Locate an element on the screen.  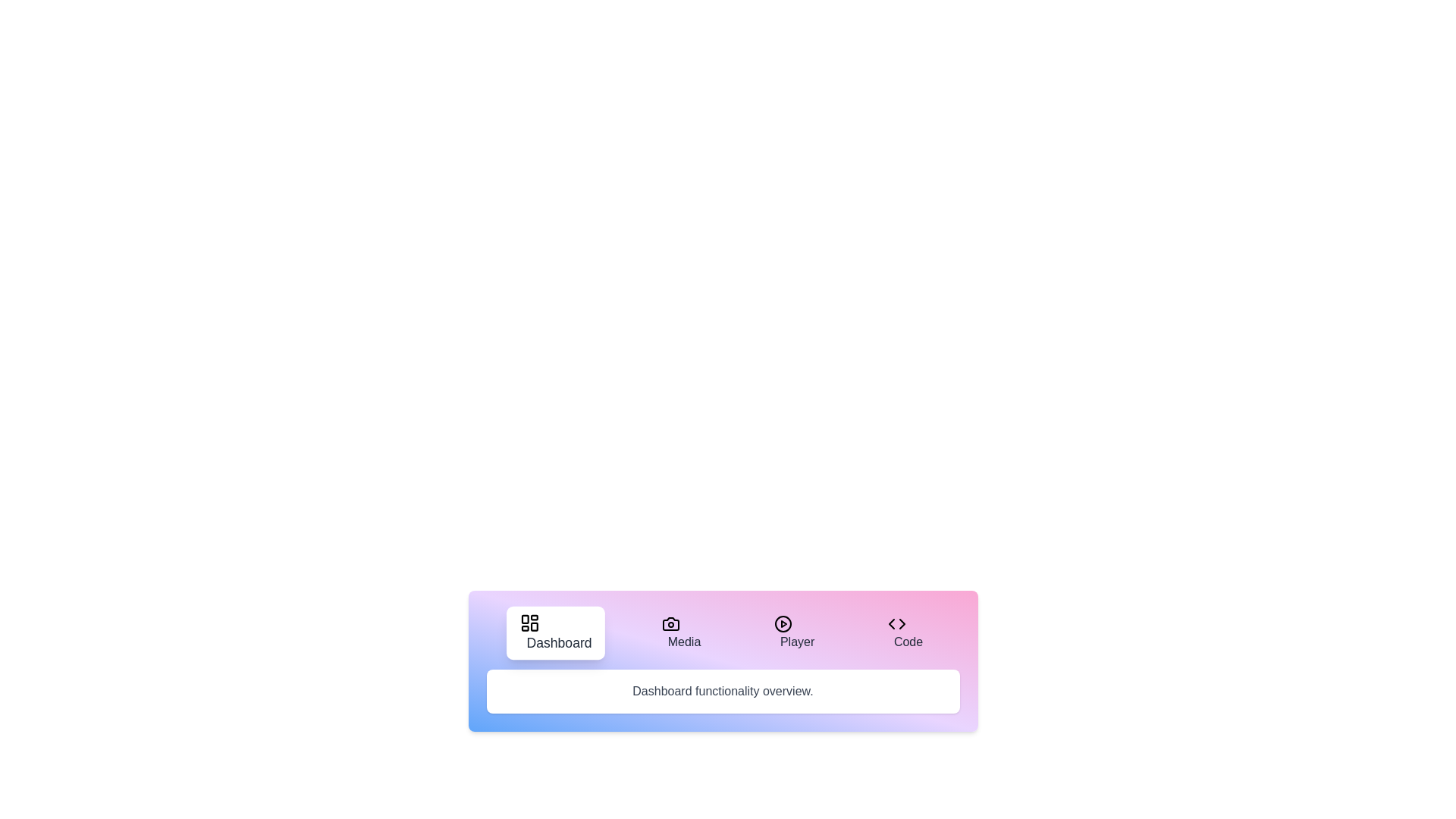
the tab labeled Player is located at coordinates (793, 632).